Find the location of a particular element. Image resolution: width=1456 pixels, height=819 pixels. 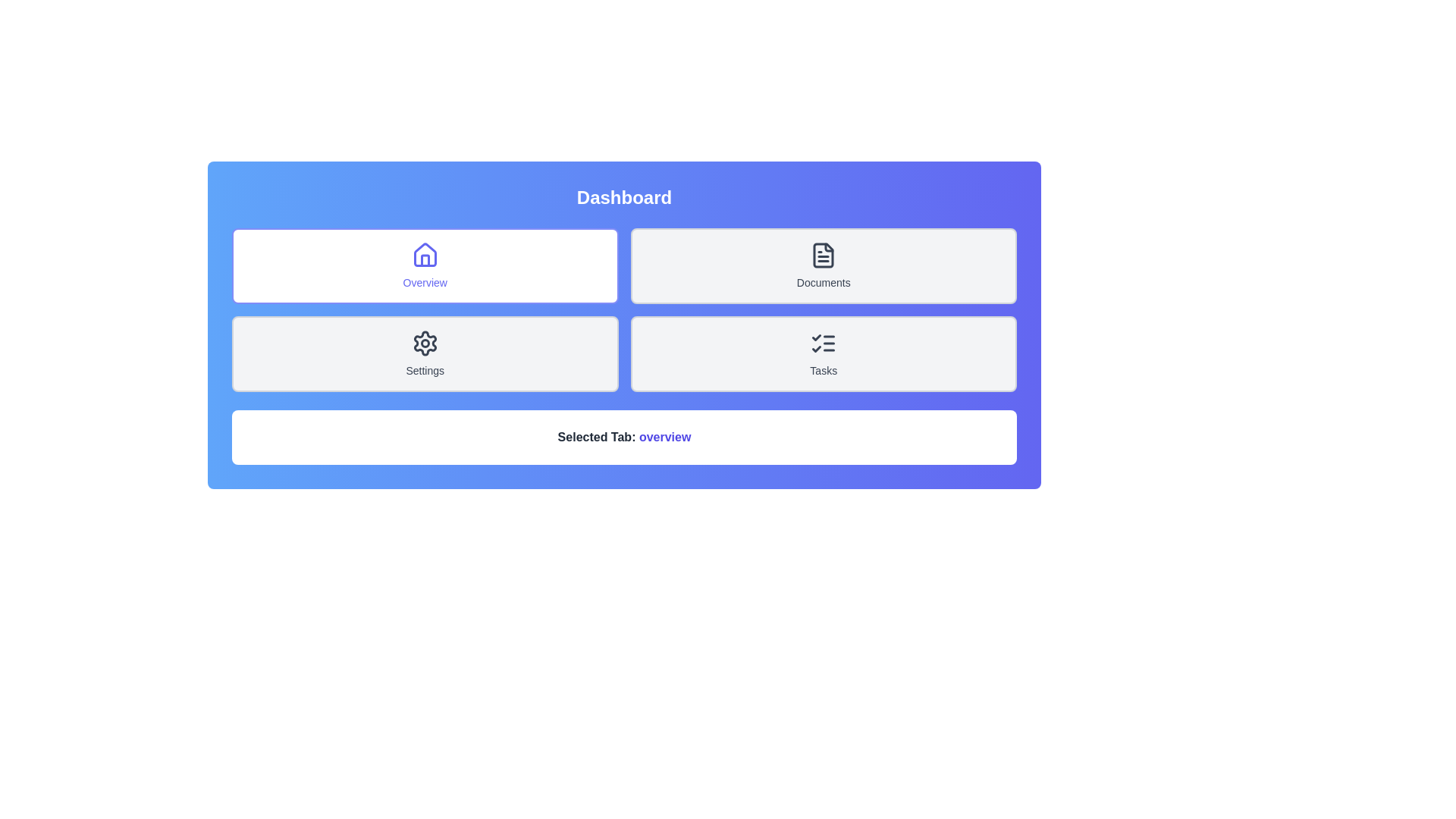

the graphical vector element representing the folded corner of the document icon located in the top-right quadrant of the user interface is located at coordinates (828, 246).